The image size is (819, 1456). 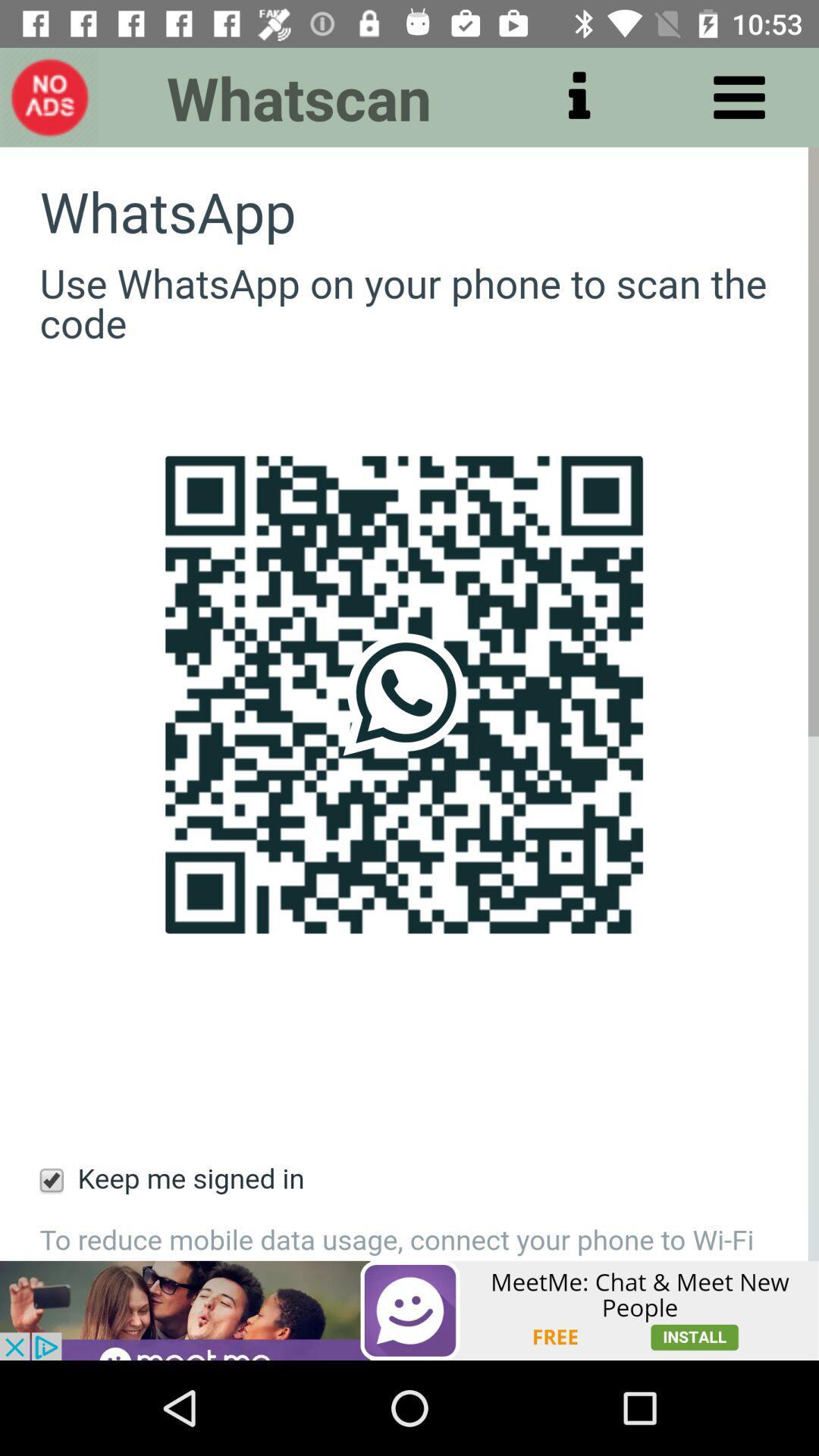 I want to click on install meetme app, so click(x=408, y=1310).